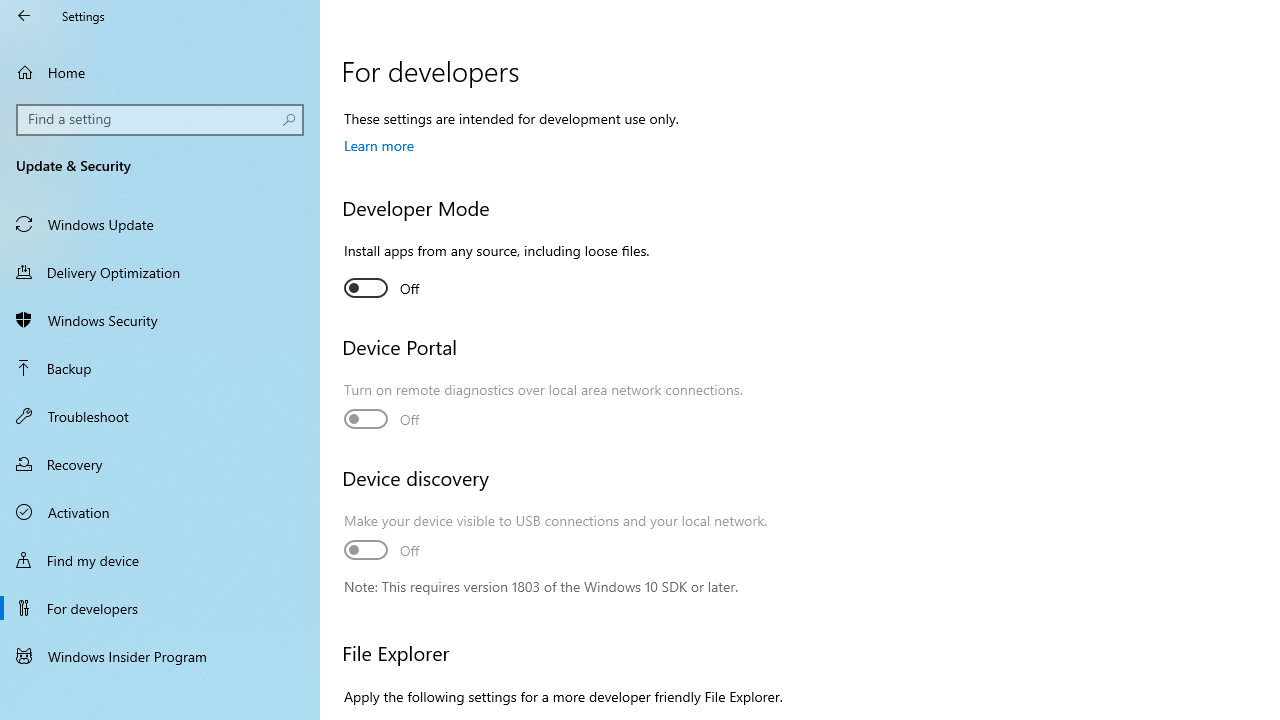  I want to click on 'For developers', so click(160, 607).